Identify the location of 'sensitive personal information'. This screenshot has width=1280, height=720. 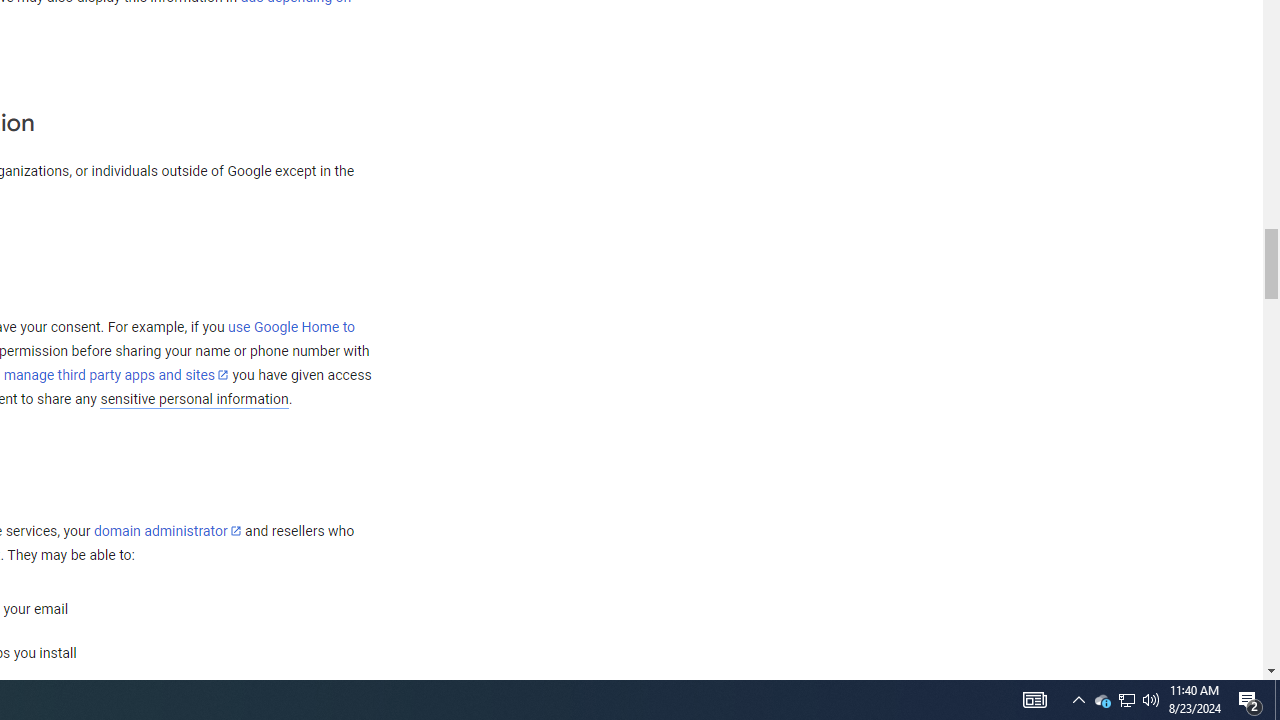
(194, 399).